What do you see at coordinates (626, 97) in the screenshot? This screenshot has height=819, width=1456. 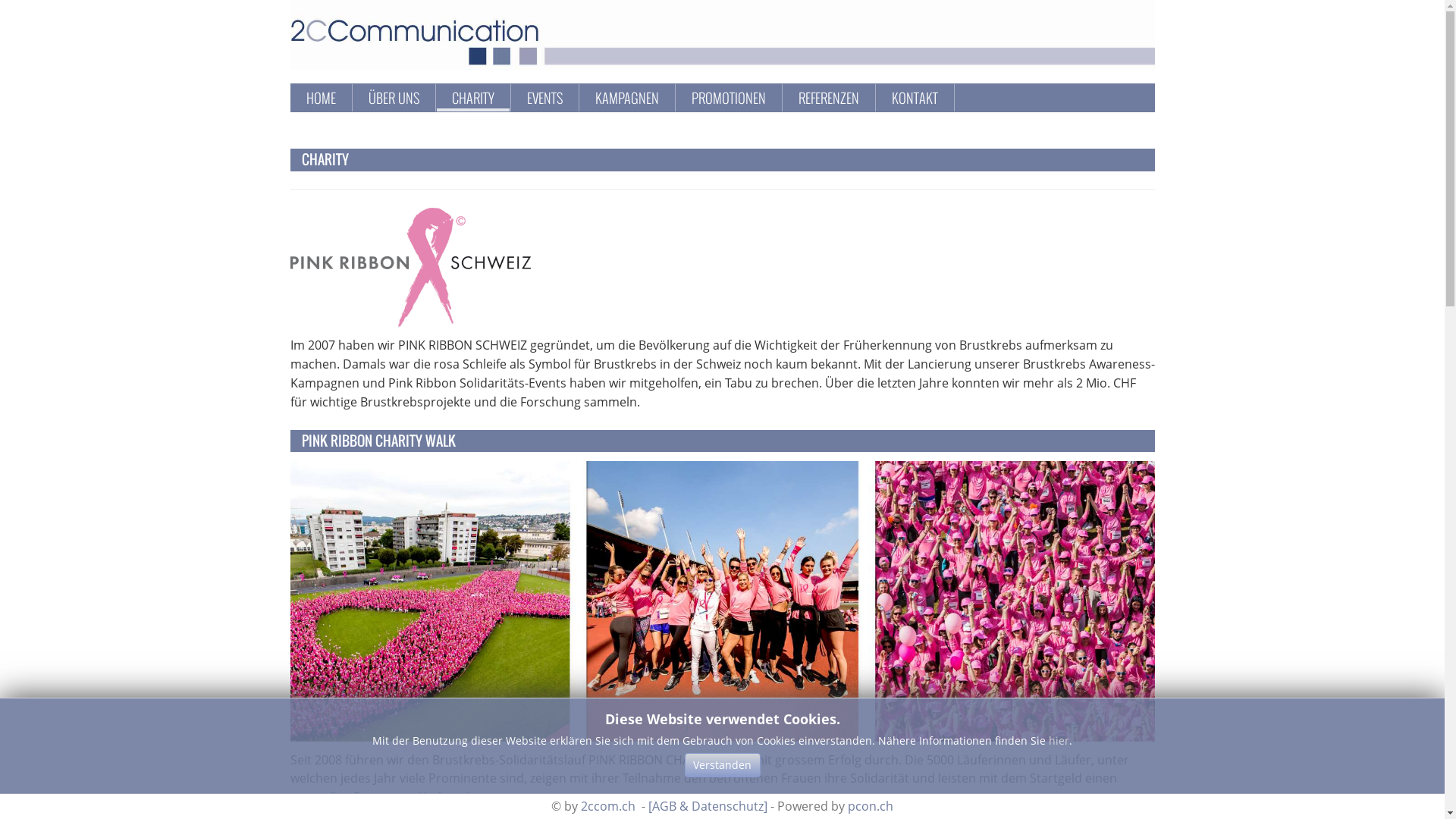 I see `'KAMPAGNEN'` at bounding box center [626, 97].